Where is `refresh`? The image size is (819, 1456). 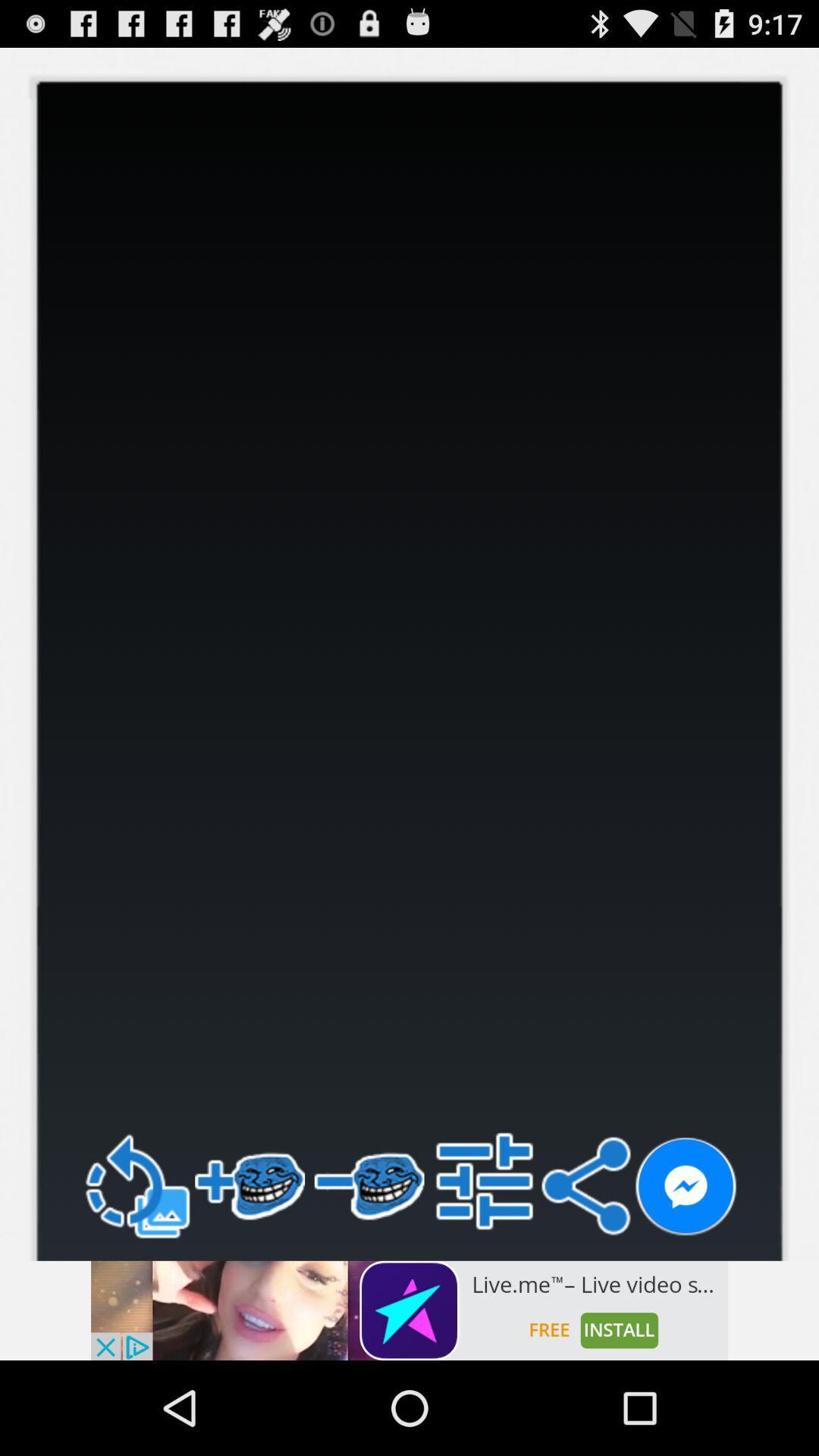 refresh is located at coordinates (135, 1185).